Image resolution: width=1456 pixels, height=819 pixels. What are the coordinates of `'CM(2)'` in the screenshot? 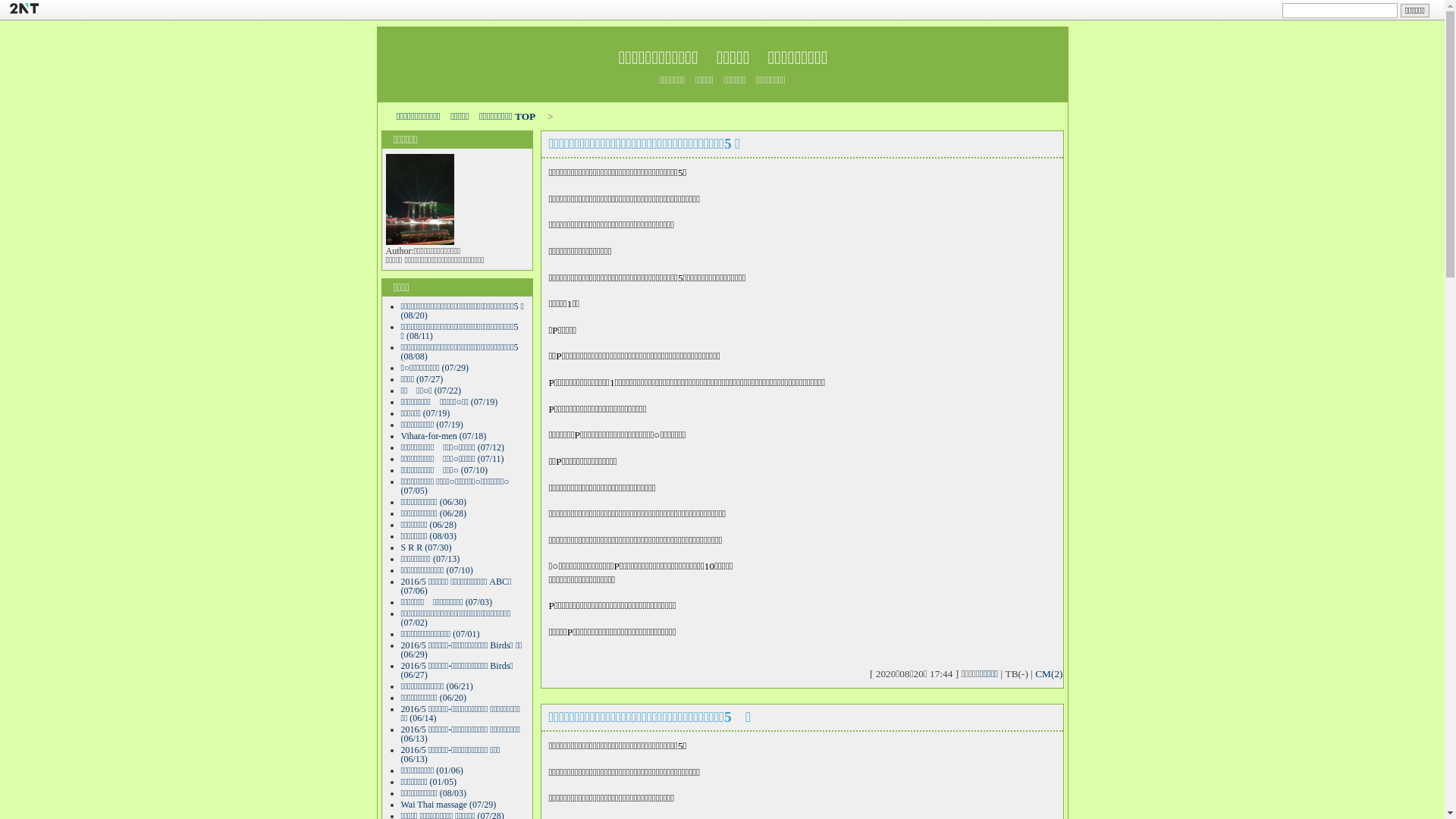 It's located at (1047, 673).